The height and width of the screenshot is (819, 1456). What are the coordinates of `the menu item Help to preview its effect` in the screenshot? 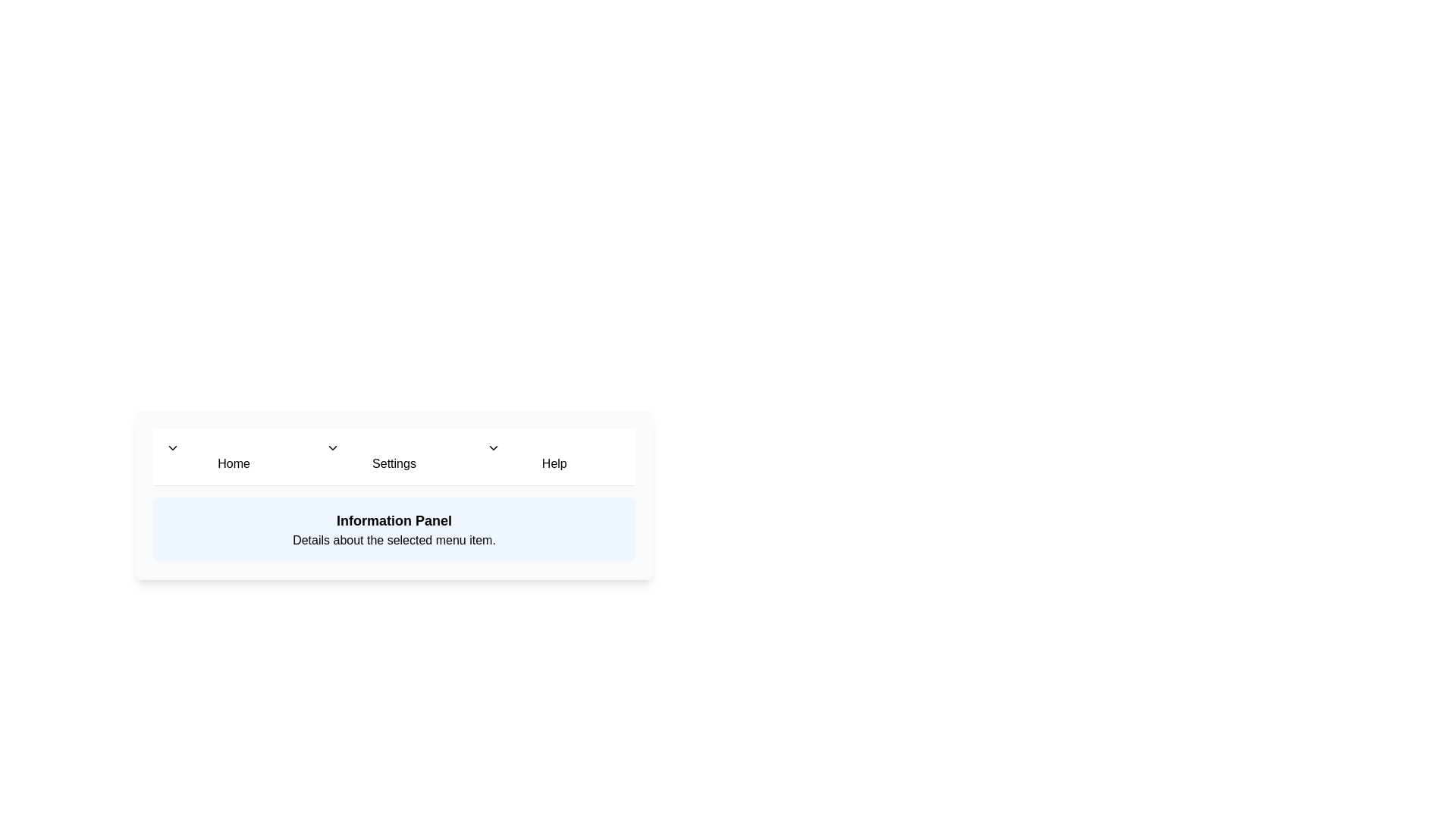 It's located at (553, 456).